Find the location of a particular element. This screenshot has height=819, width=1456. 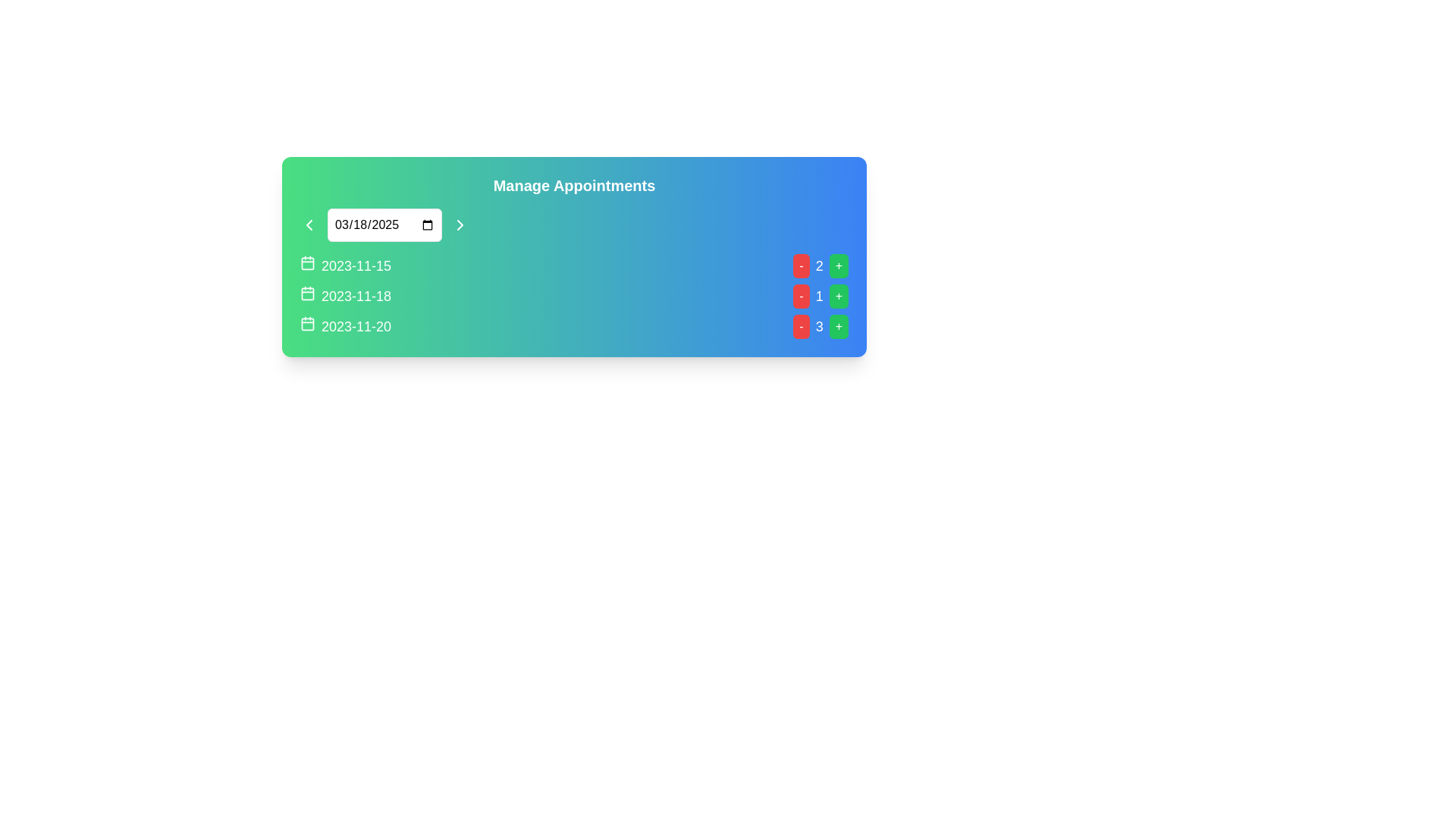

the red minus button of the Counter control is located at coordinates (820, 265).